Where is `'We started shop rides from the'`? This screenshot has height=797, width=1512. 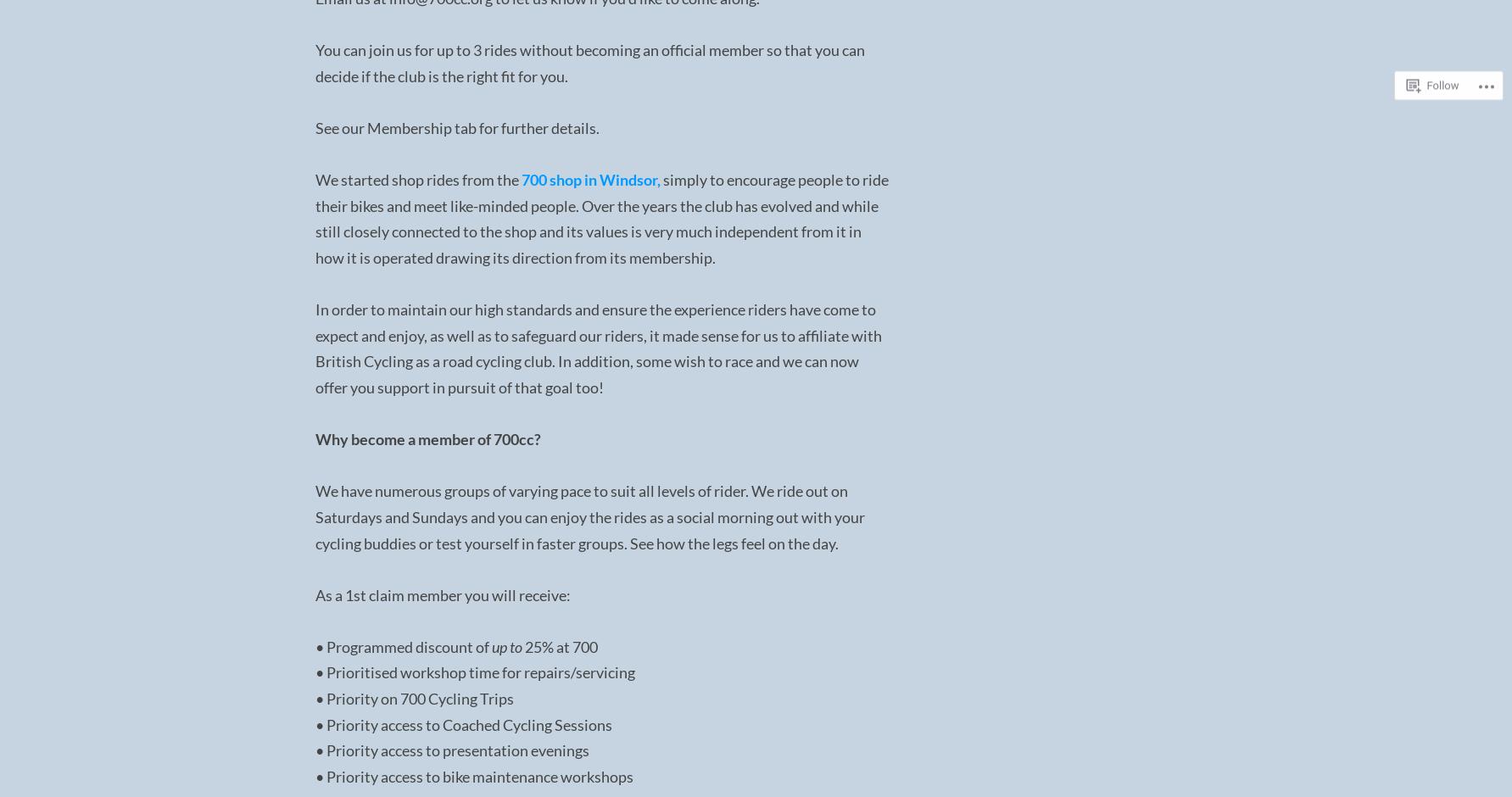 'We started shop rides from the' is located at coordinates (417, 178).